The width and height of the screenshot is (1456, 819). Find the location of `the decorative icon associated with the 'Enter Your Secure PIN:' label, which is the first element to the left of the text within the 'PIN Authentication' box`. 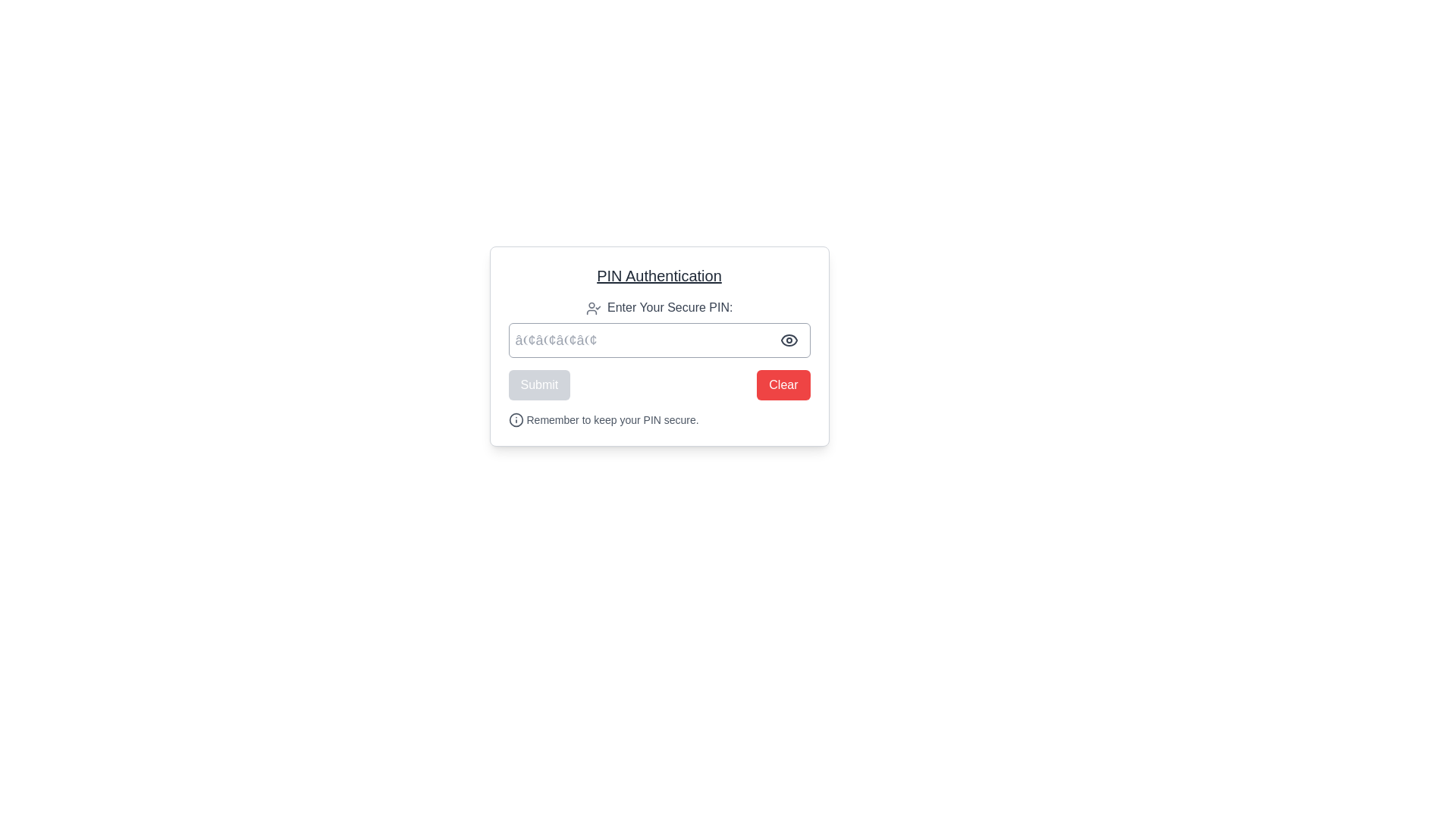

the decorative icon associated with the 'Enter Your Secure PIN:' label, which is the first element to the left of the text within the 'PIN Authentication' box is located at coordinates (592, 307).